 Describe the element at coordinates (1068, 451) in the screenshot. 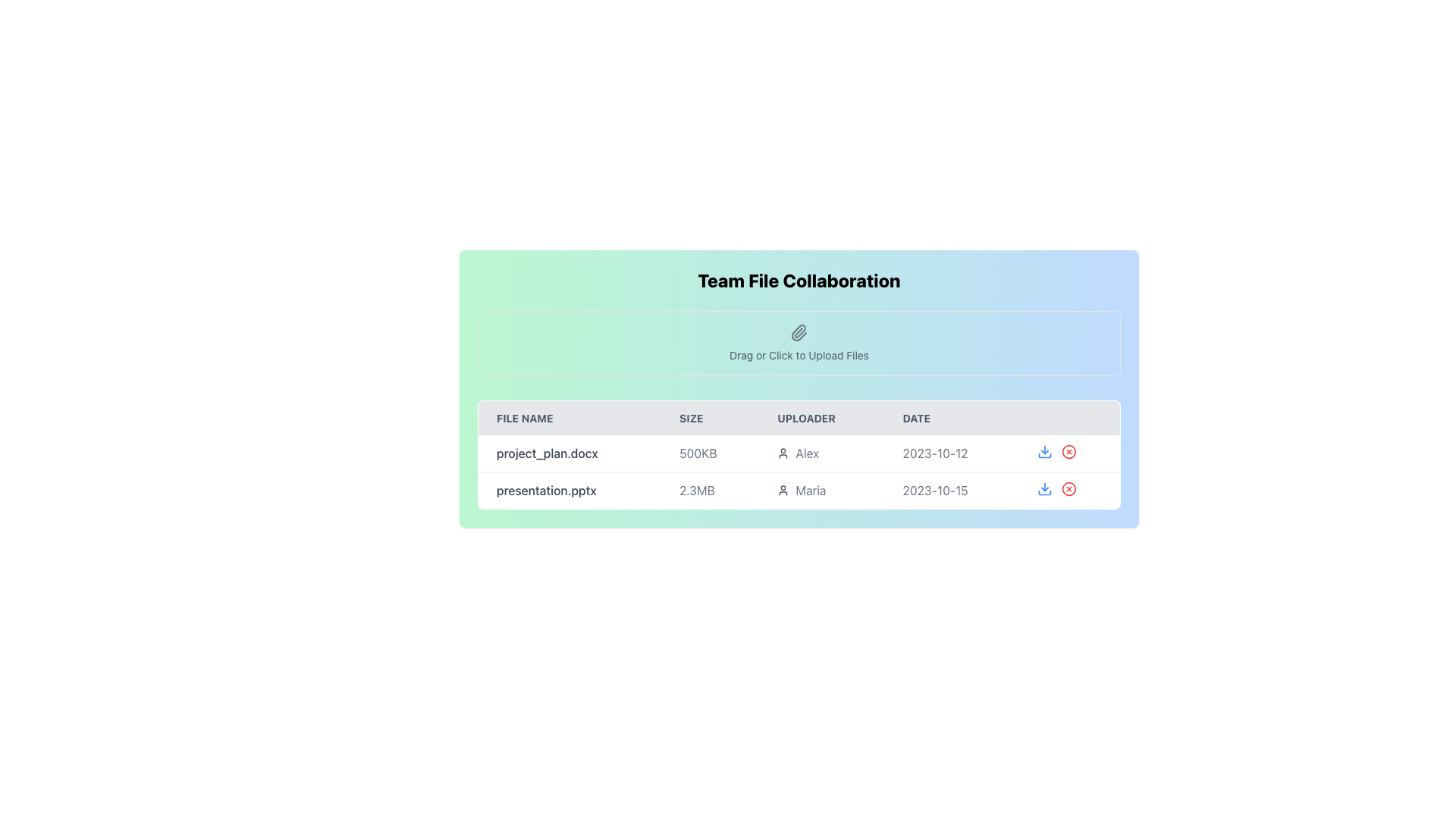

I see `the delete button for the 'project_plan.docx' file entry in the table, located adjacent to the '2023-10-12' date entry` at that location.